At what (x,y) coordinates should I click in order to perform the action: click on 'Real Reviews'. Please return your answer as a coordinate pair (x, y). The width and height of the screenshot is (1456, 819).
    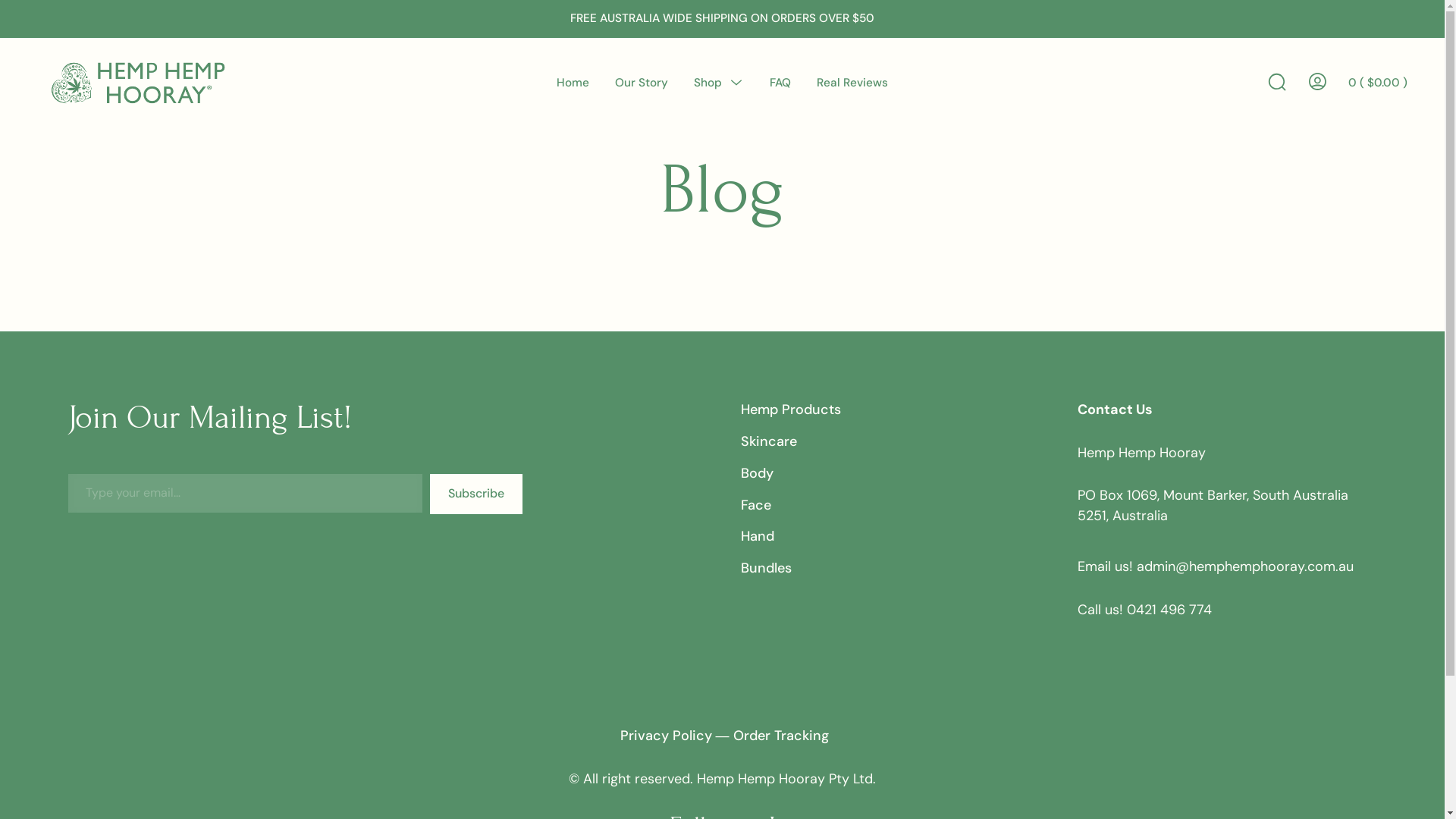
    Looking at the image, I should click on (852, 82).